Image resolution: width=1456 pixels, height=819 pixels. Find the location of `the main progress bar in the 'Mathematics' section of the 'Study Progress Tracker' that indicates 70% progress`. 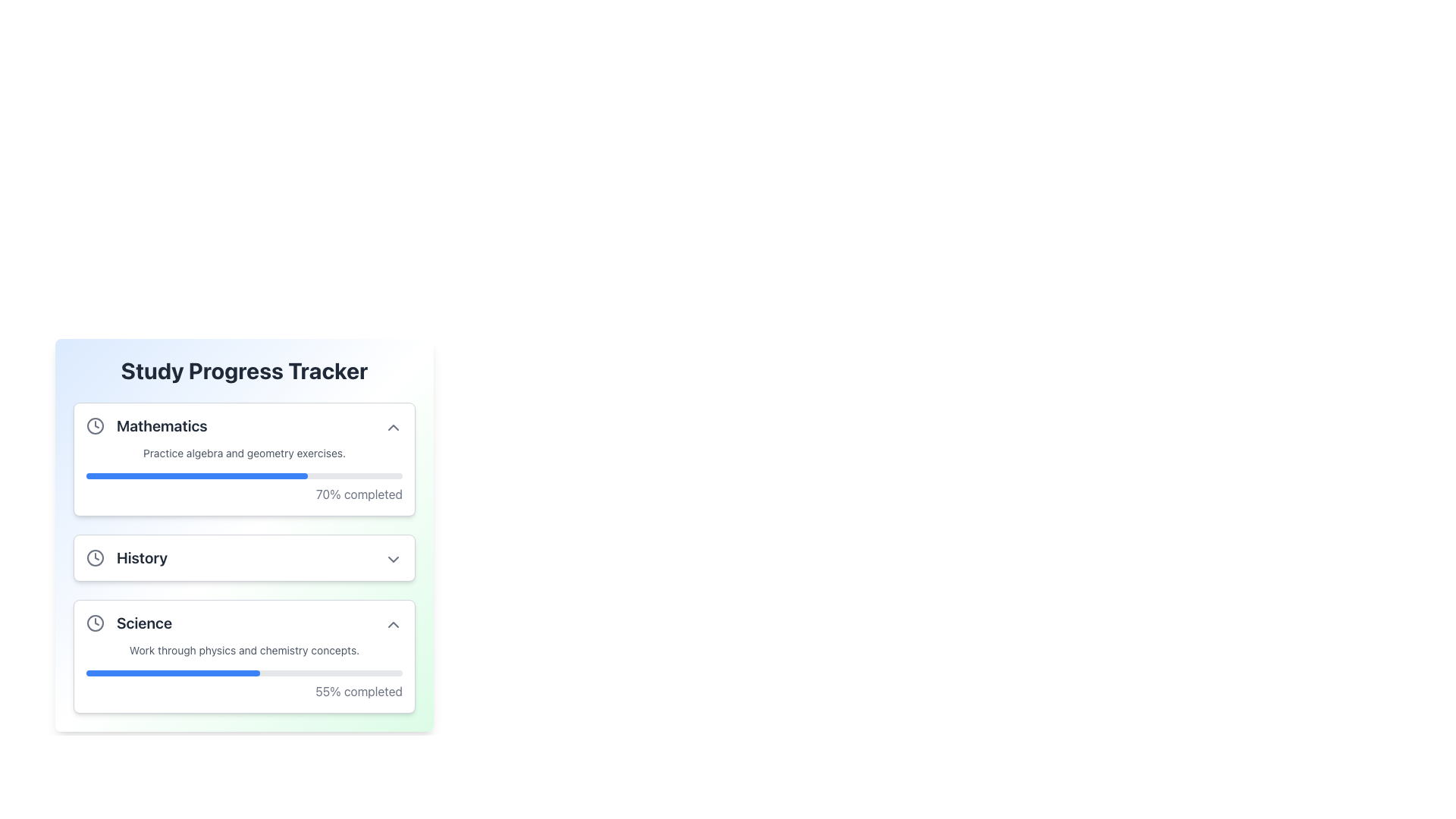

the main progress bar in the 'Mathematics' section of the 'Study Progress Tracker' that indicates 70% progress is located at coordinates (244, 475).